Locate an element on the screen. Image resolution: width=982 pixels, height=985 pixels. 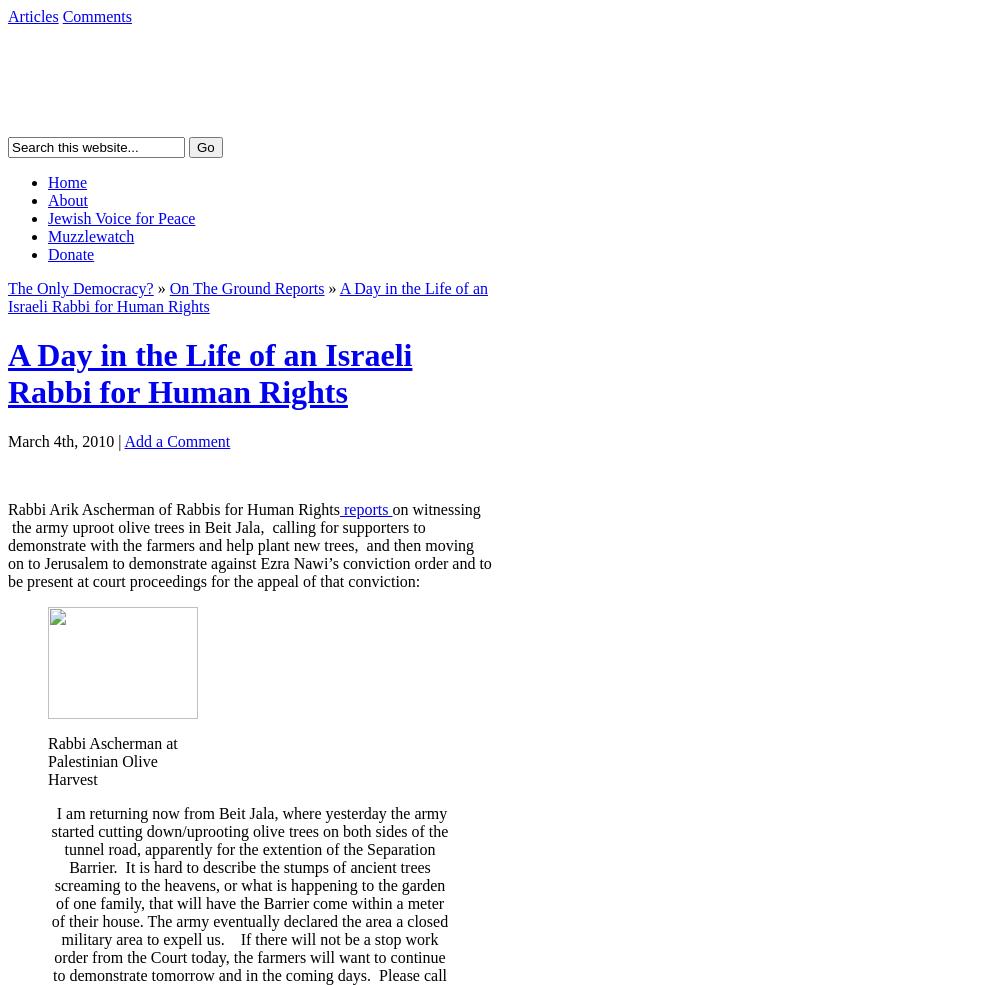
'reports' is located at coordinates (365, 508).